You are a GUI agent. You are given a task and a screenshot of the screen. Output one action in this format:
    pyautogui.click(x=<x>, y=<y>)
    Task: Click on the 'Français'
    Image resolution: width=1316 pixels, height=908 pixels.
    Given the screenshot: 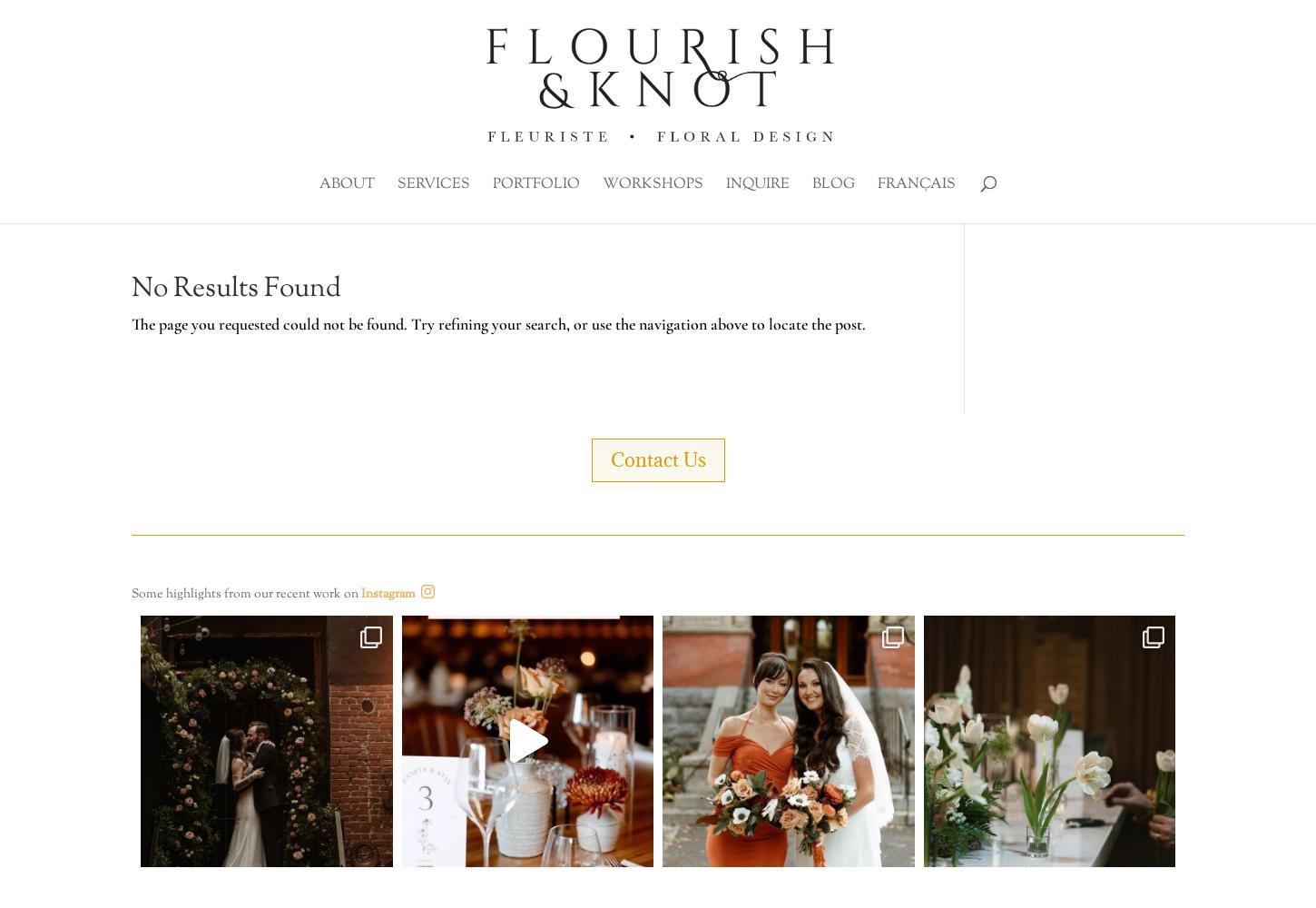 What is the action you would take?
    pyautogui.click(x=917, y=183)
    